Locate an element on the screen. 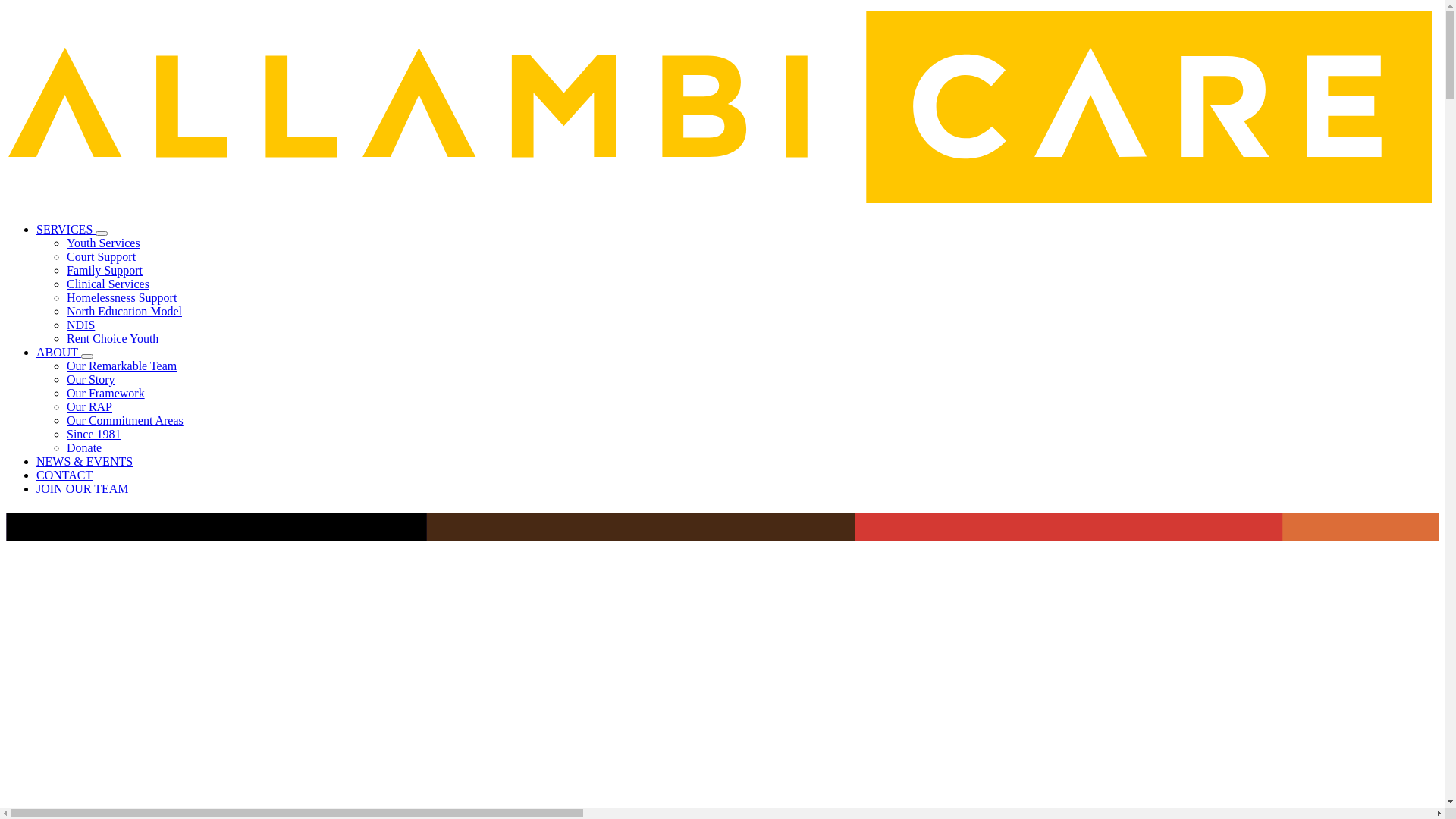 The image size is (1456, 819). 'Our Story' is located at coordinates (90, 378).